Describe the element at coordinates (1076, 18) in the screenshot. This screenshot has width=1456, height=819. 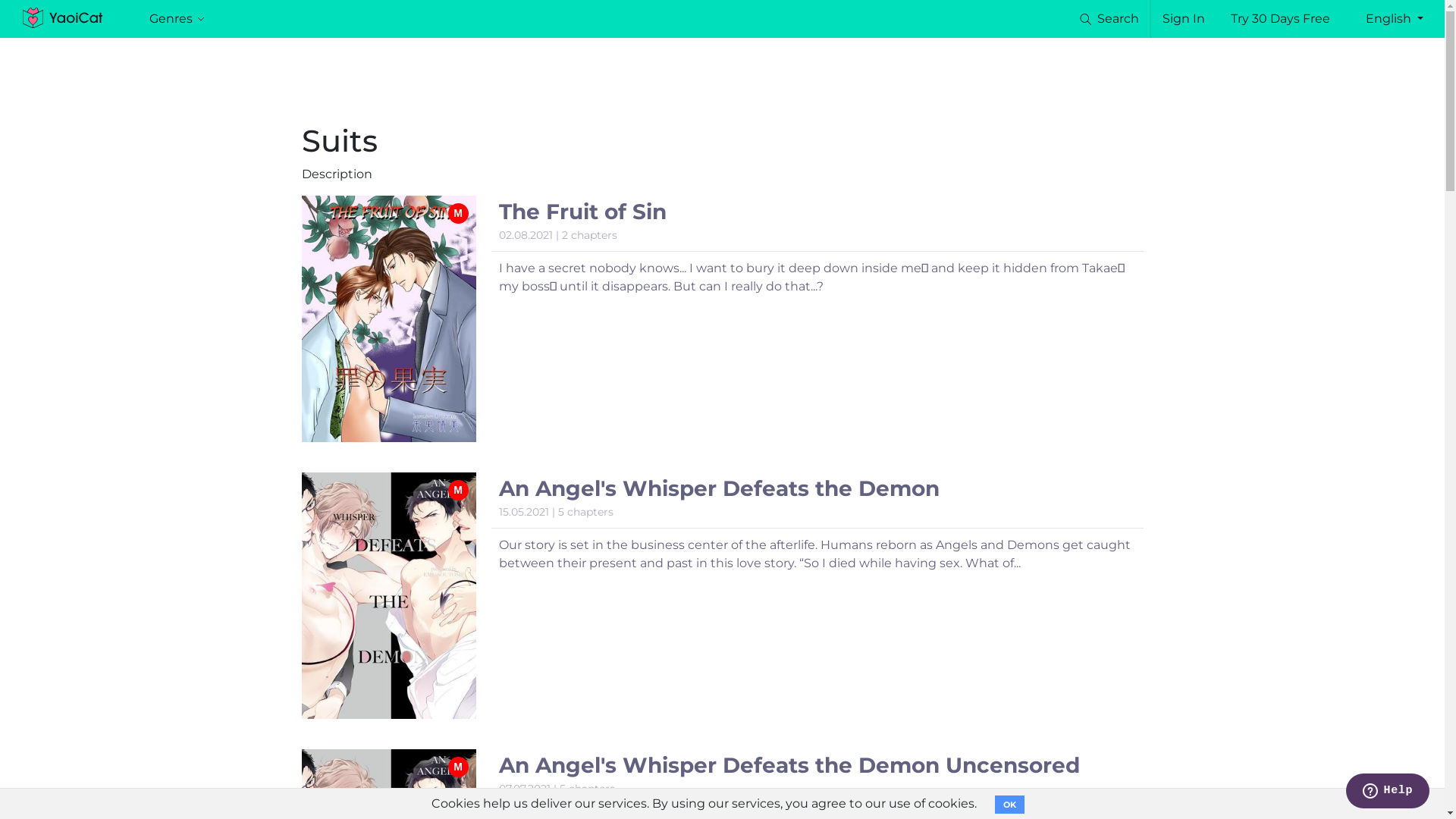
I see `'Search'` at that location.